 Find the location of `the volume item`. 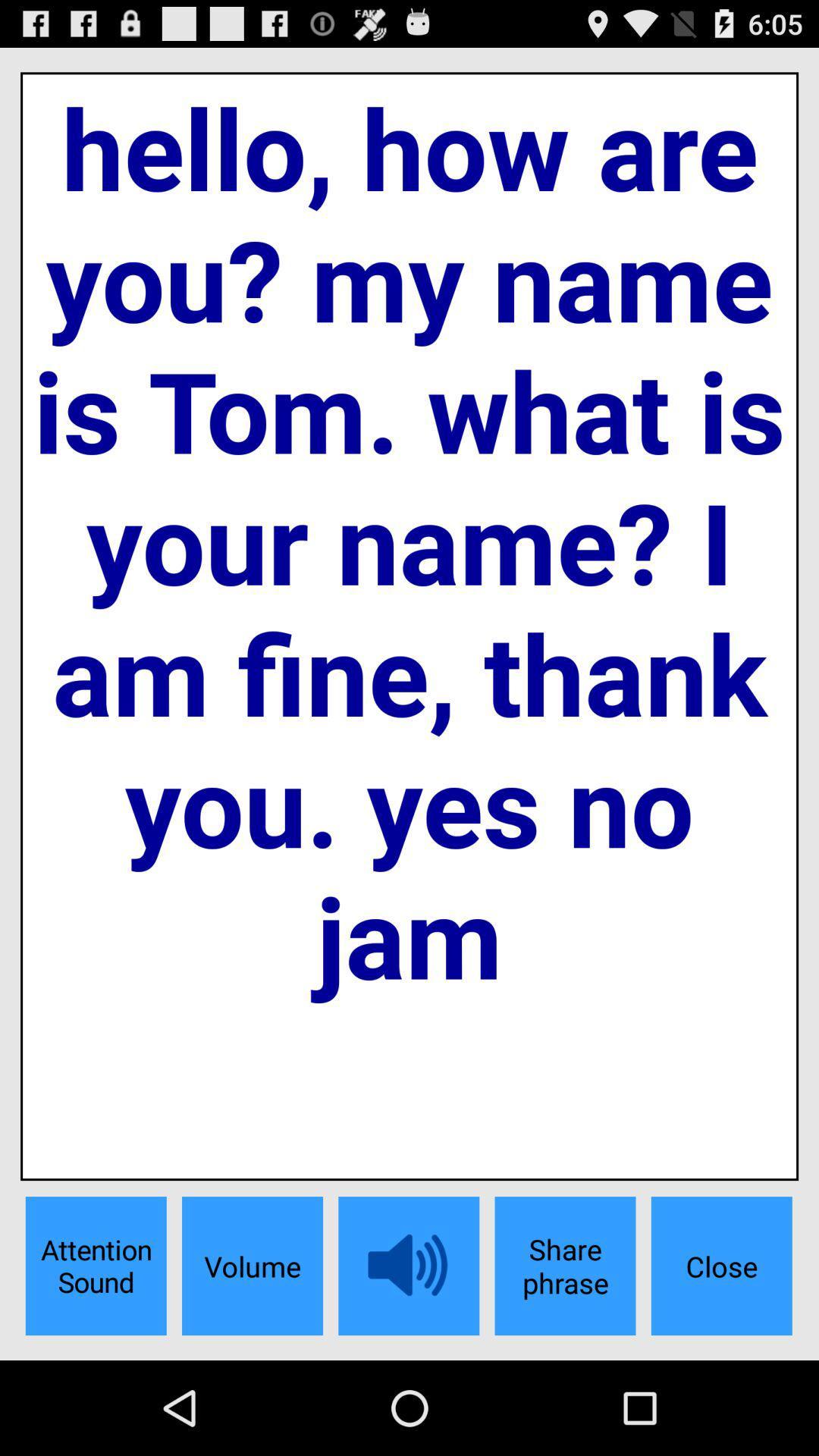

the volume item is located at coordinates (251, 1266).